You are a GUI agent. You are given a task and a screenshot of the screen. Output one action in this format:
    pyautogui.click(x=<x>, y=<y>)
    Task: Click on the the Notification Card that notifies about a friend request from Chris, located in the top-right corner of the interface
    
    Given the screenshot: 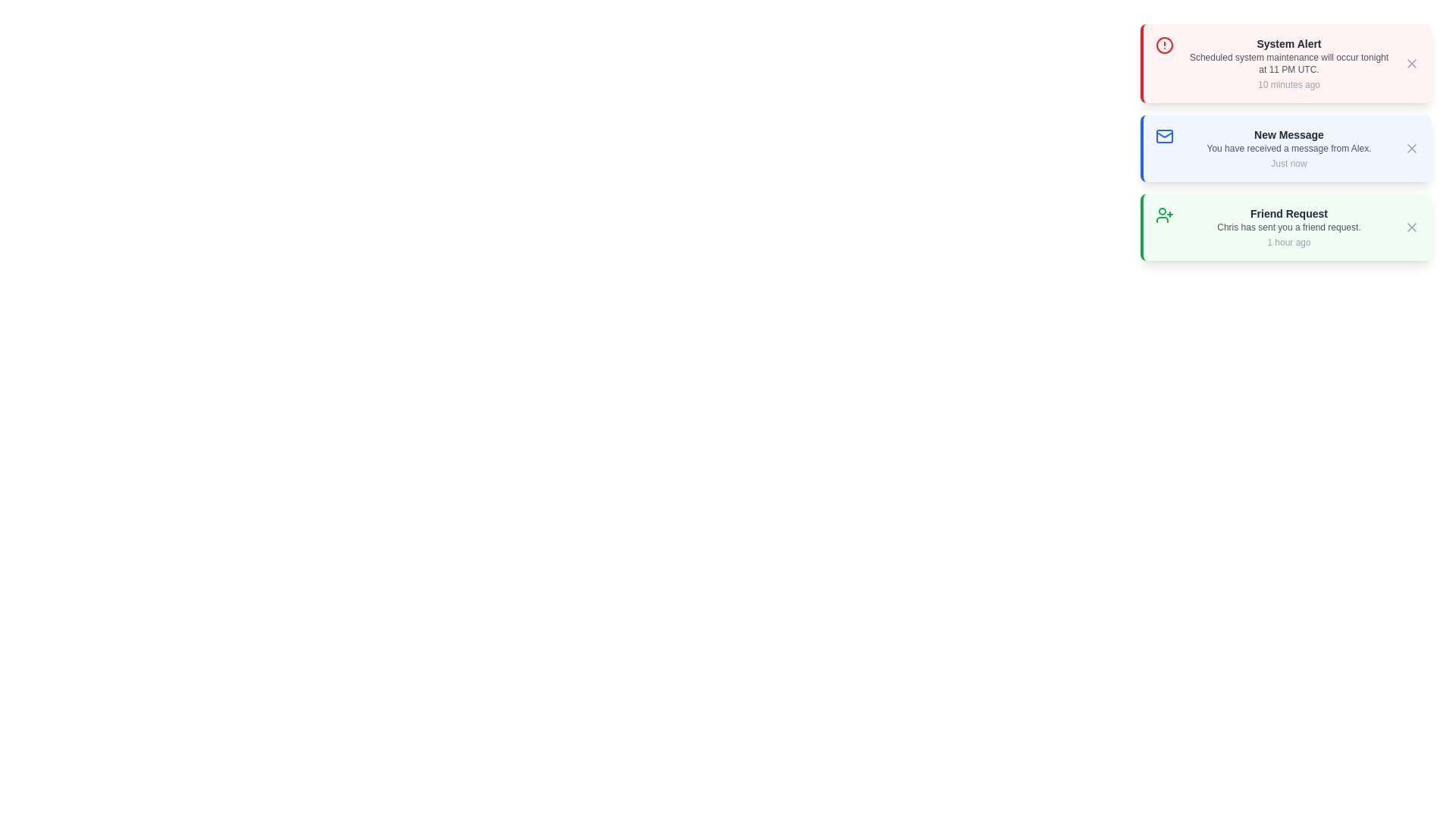 What is the action you would take?
    pyautogui.click(x=1285, y=227)
    